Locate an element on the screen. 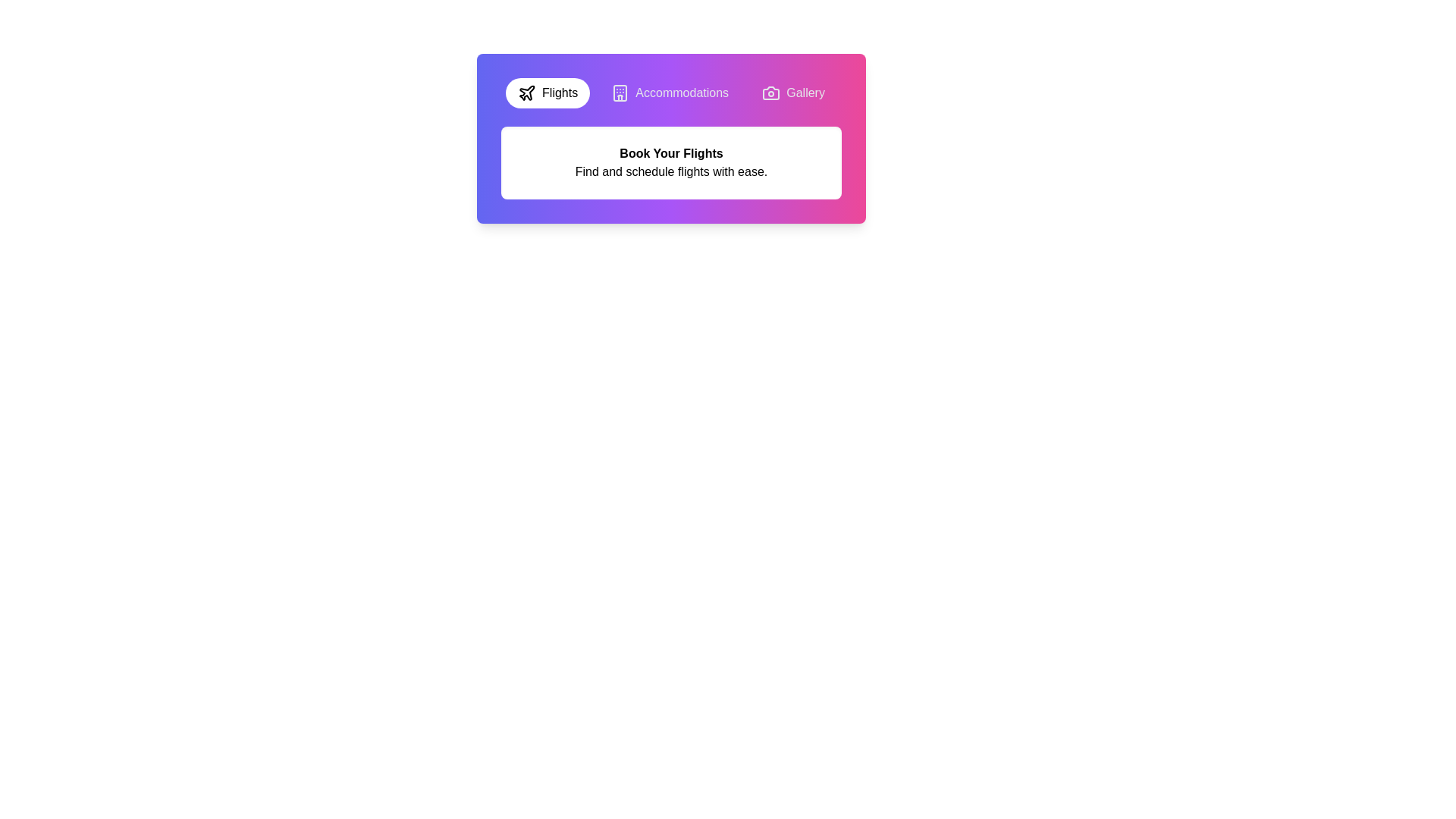 Image resolution: width=1456 pixels, height=819 pixels. the Flights tab is located at coordinates (546, 93).